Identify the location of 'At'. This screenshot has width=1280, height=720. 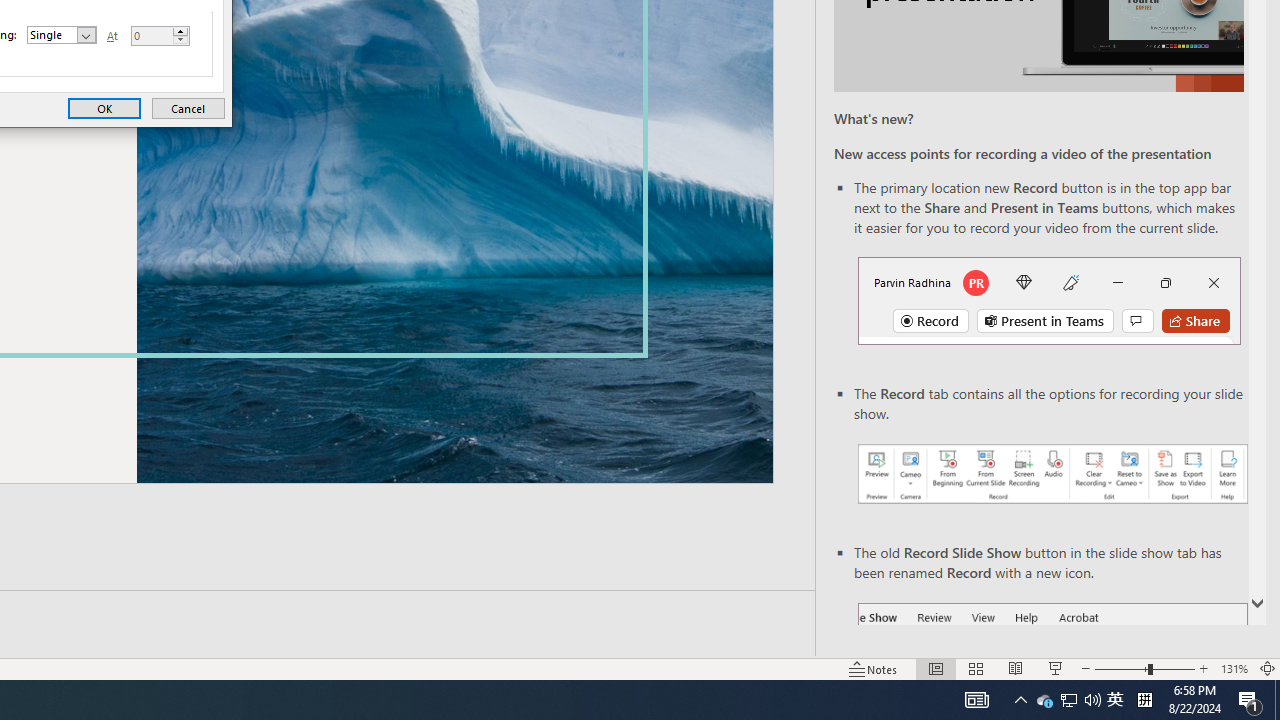
(160, 36).